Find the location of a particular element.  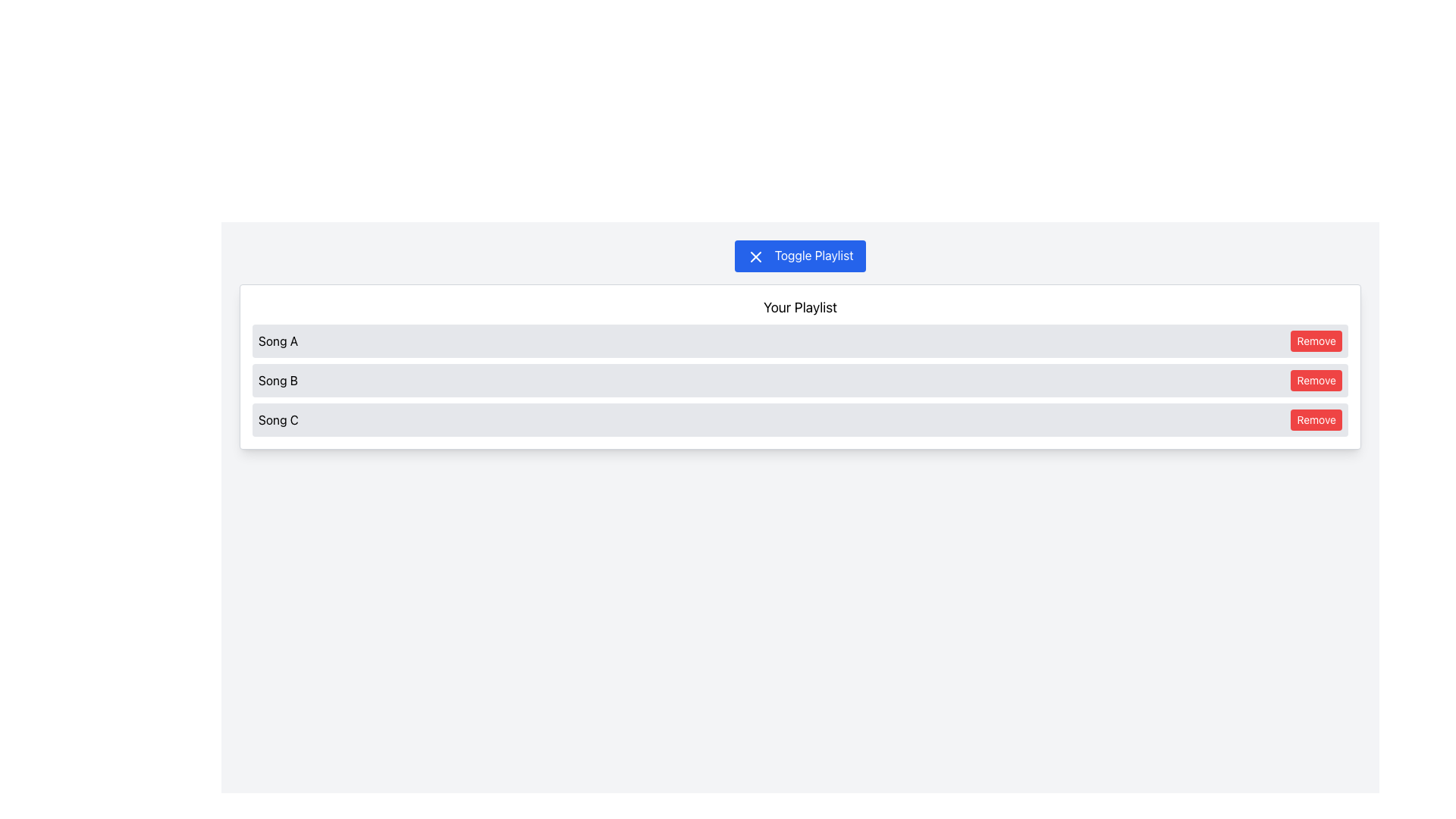

the small 'X' icon located within the blue button labeled 'Toggle Playlist' is located at coordinates (756, 256).